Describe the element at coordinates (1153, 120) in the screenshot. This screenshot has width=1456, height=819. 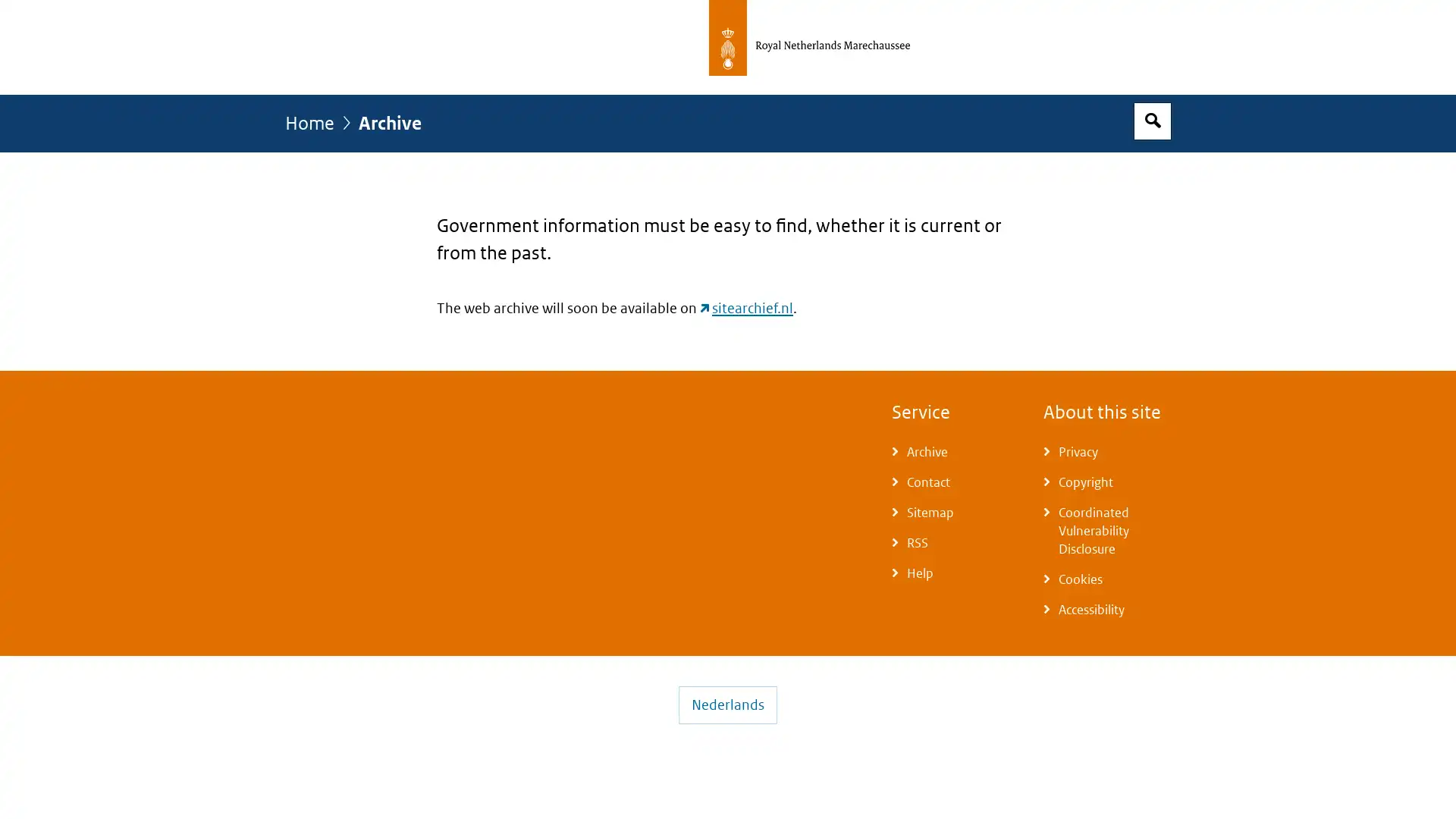
I see `Open search box` at that location.